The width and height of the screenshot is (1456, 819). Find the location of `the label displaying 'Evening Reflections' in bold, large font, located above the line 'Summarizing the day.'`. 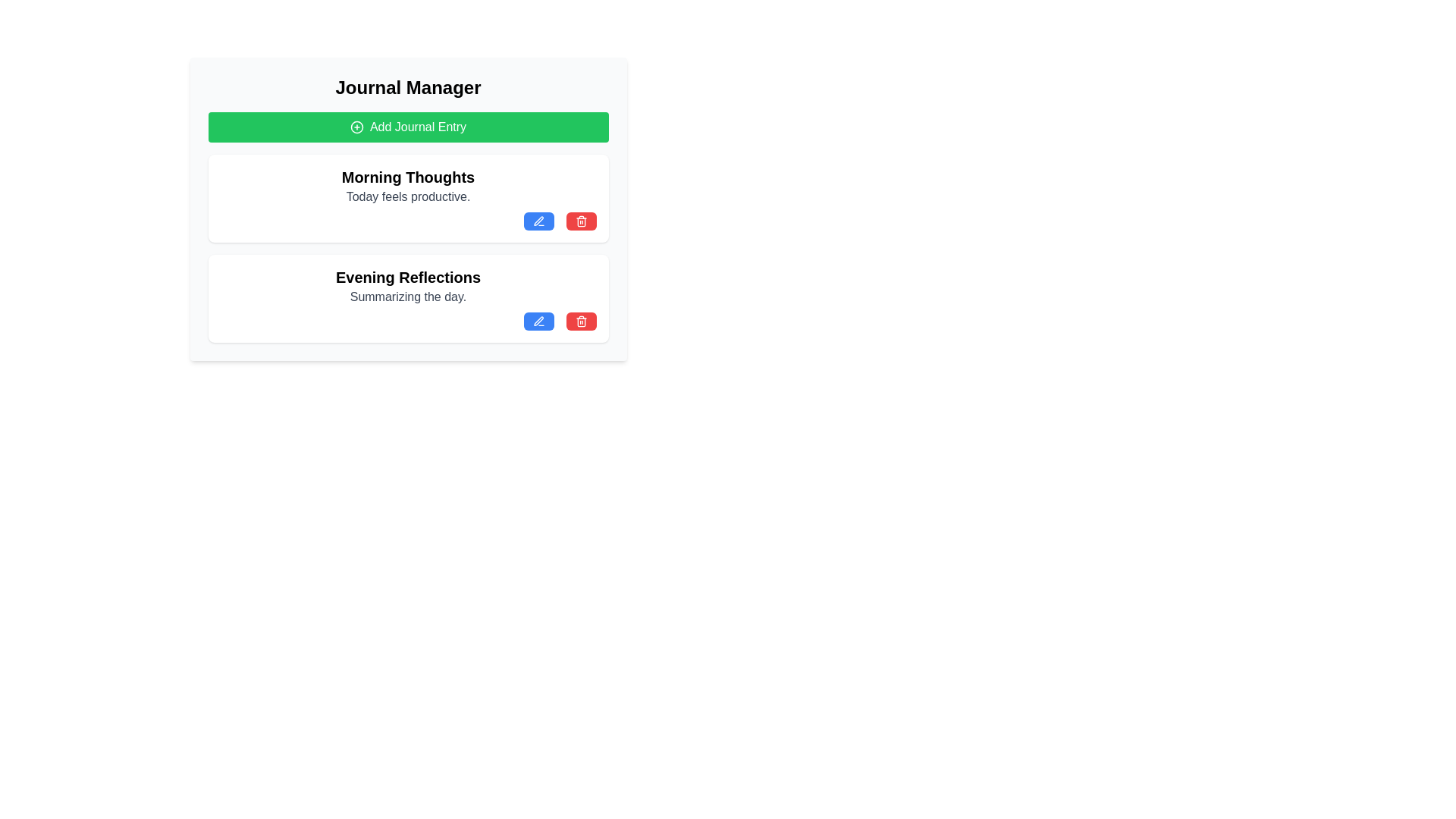

the label displaying 'Evening Reflections' in bold, large font, located above the line 'Summarizing the day.' is located at coordinates (408, 278).